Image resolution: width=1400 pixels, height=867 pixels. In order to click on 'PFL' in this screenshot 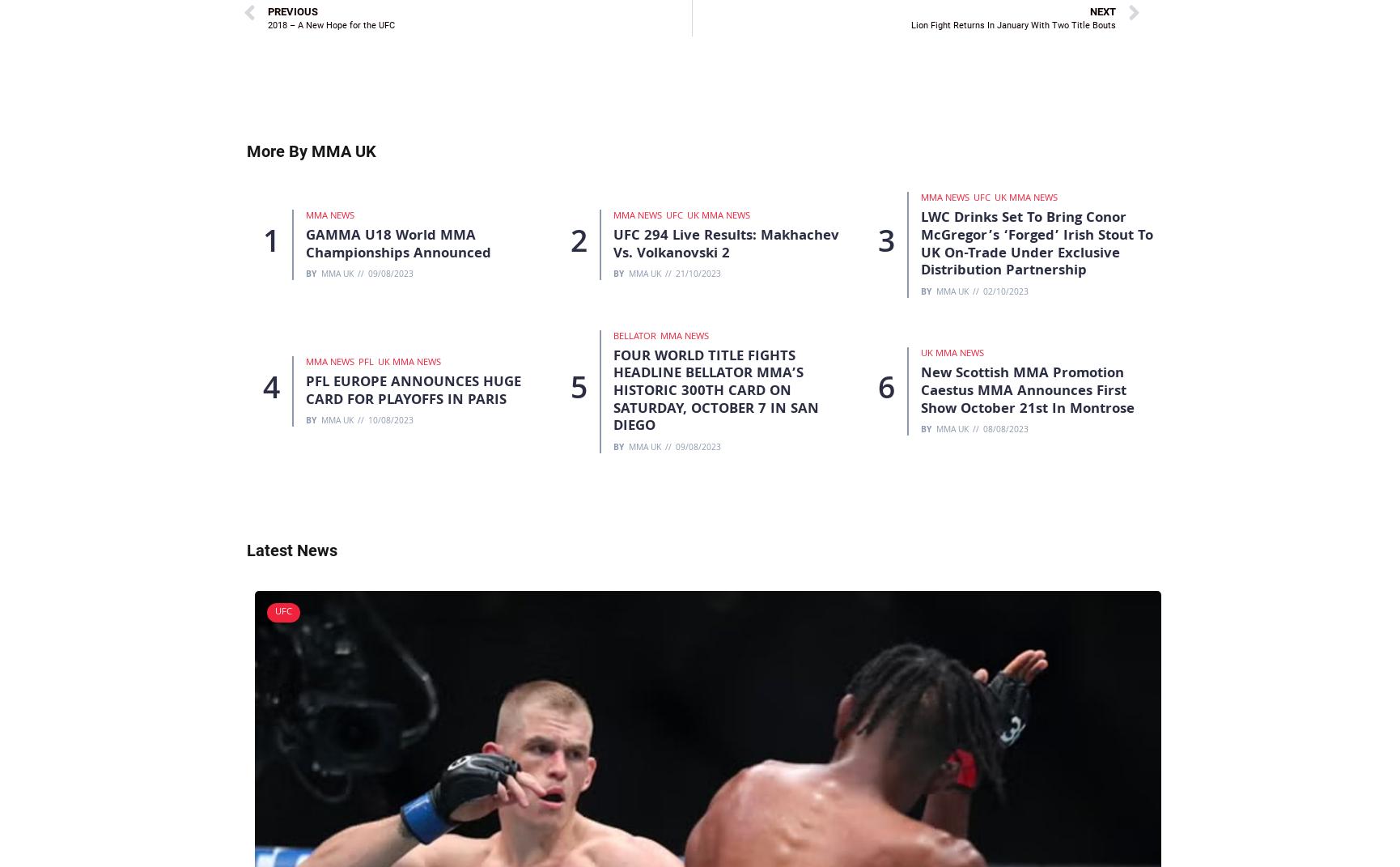, I will do `click(358, 363)`.